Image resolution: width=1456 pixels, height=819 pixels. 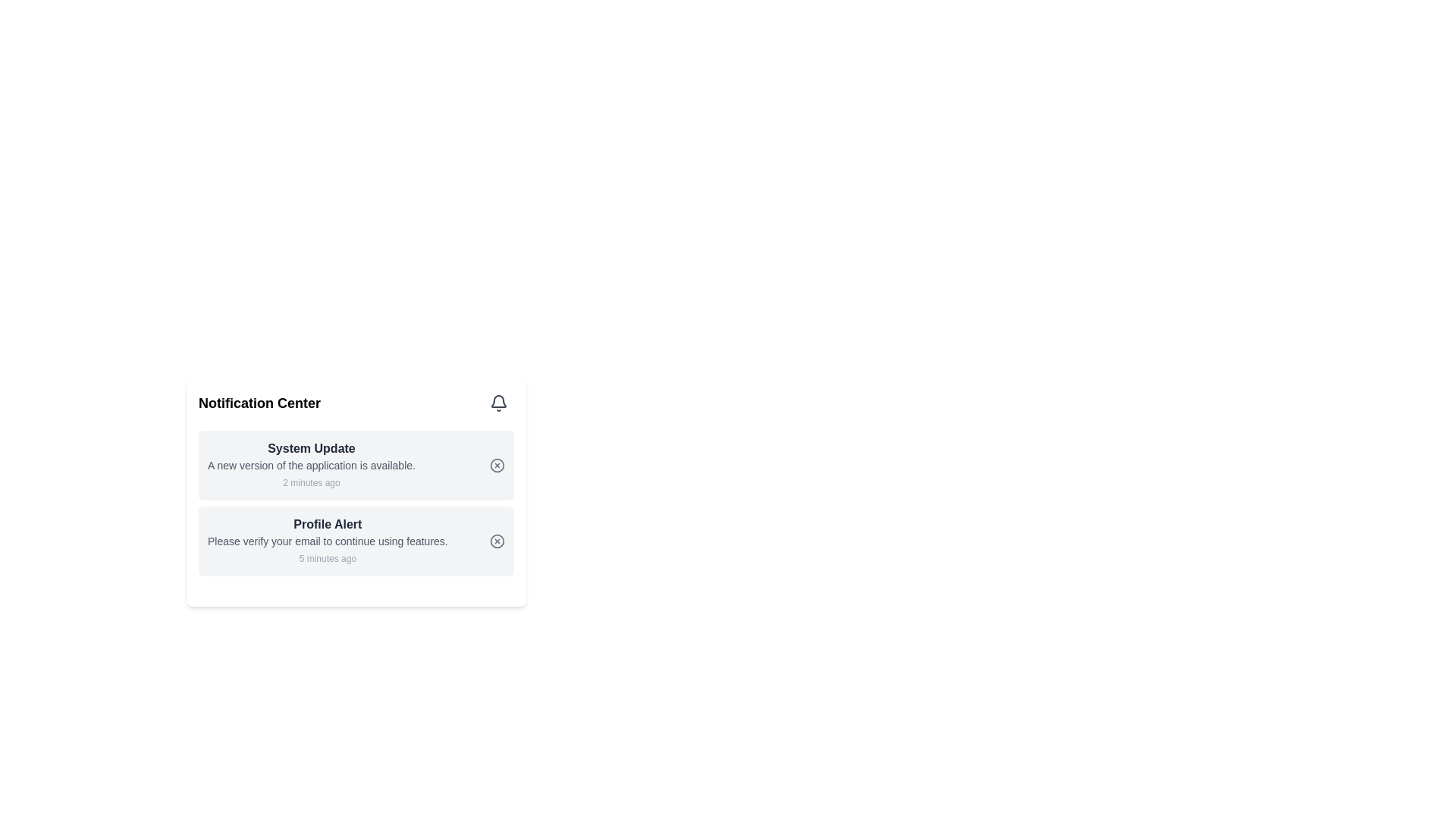 I want to click on the text label displaying '5 minutes ago' in light gray font, which is located beneath the 'Profile Alert' notification, so click(x=327, y=558).